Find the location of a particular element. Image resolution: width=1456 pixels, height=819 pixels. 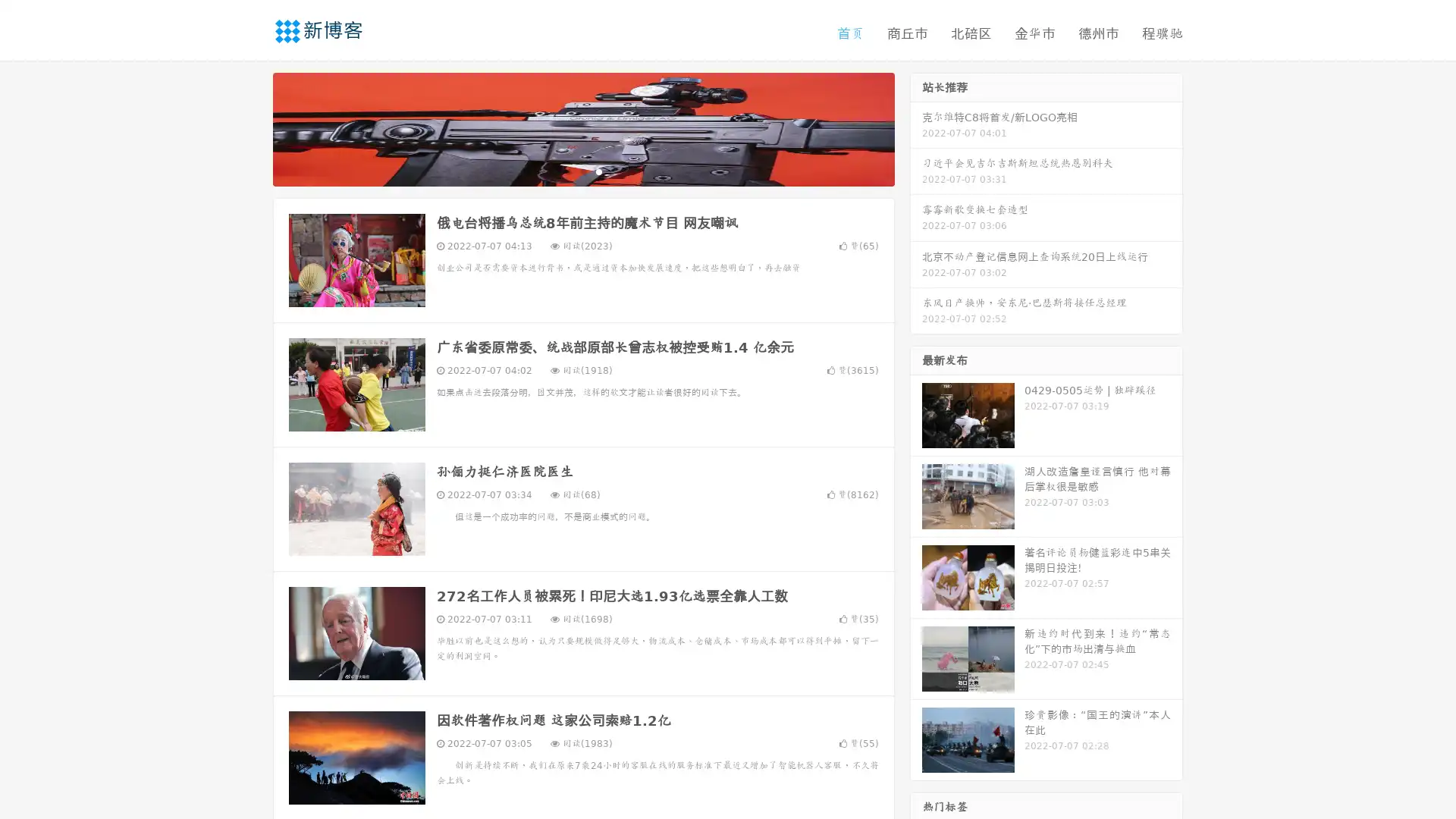

Go to slide 1 is located at coordinates (567, 171).